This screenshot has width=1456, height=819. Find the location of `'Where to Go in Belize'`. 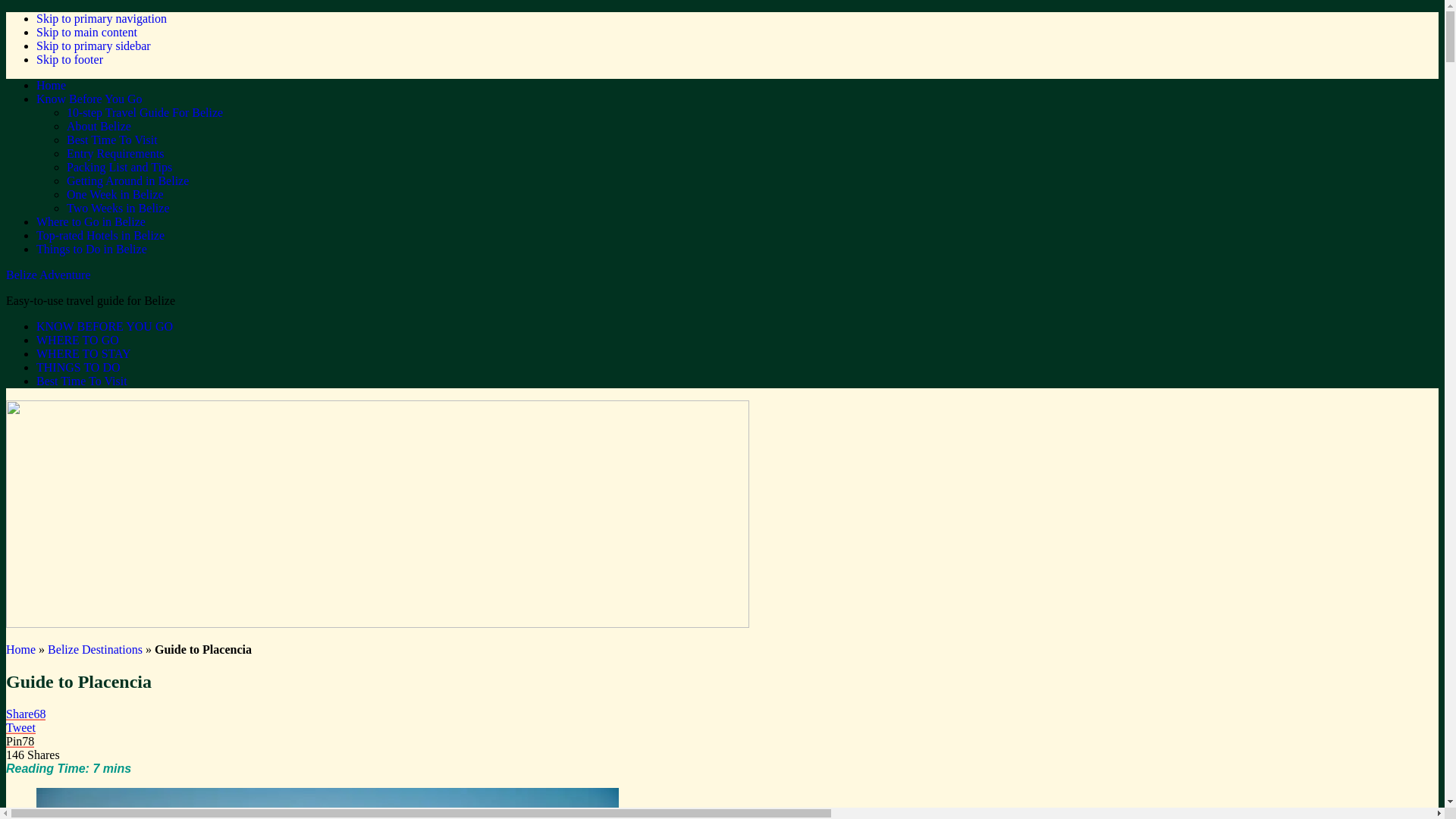

'Where to Go in Belize' is located at coordinates (90, 221).